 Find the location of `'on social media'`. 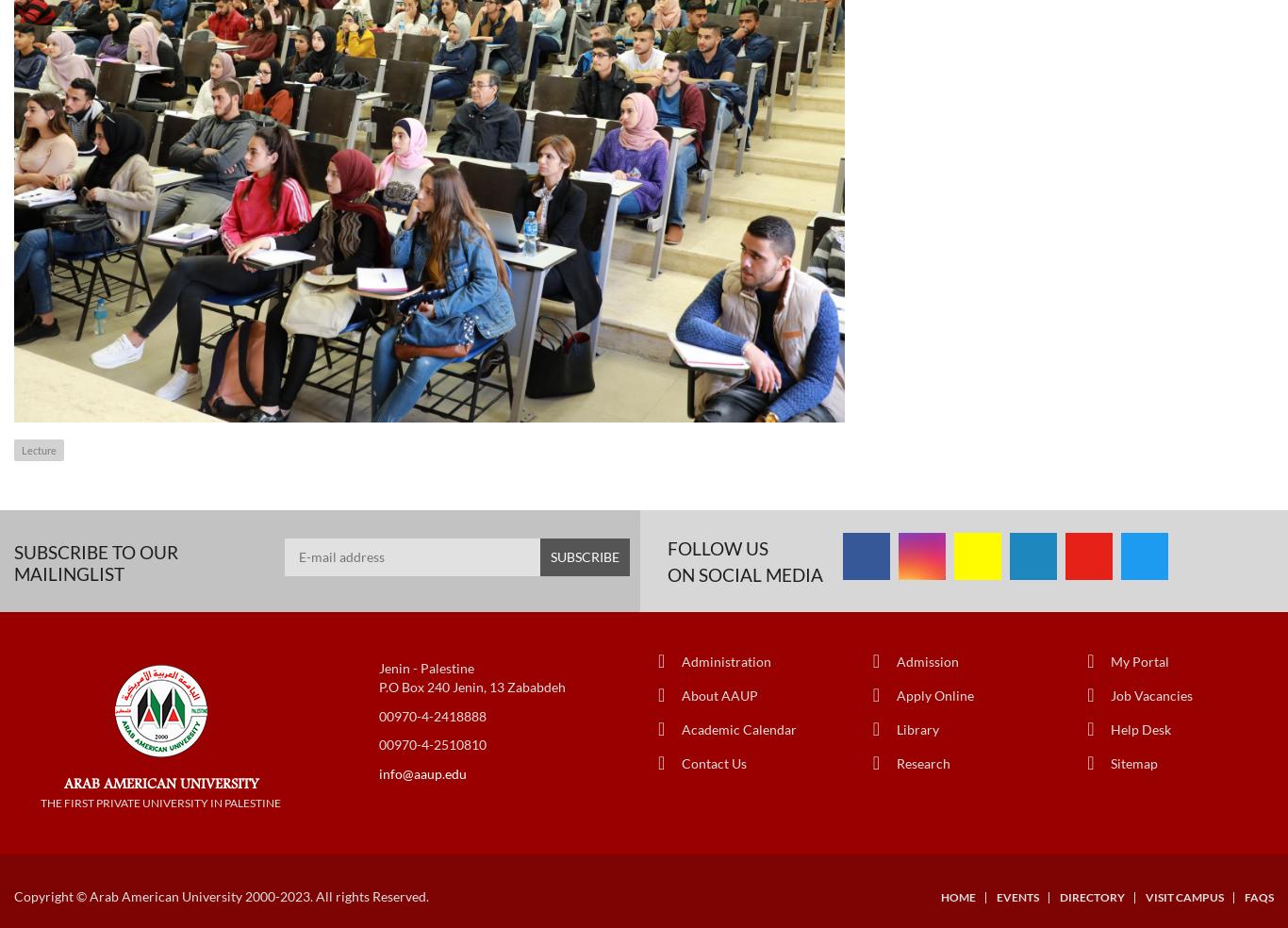

'on social media' is located at coordinates (745, 572).